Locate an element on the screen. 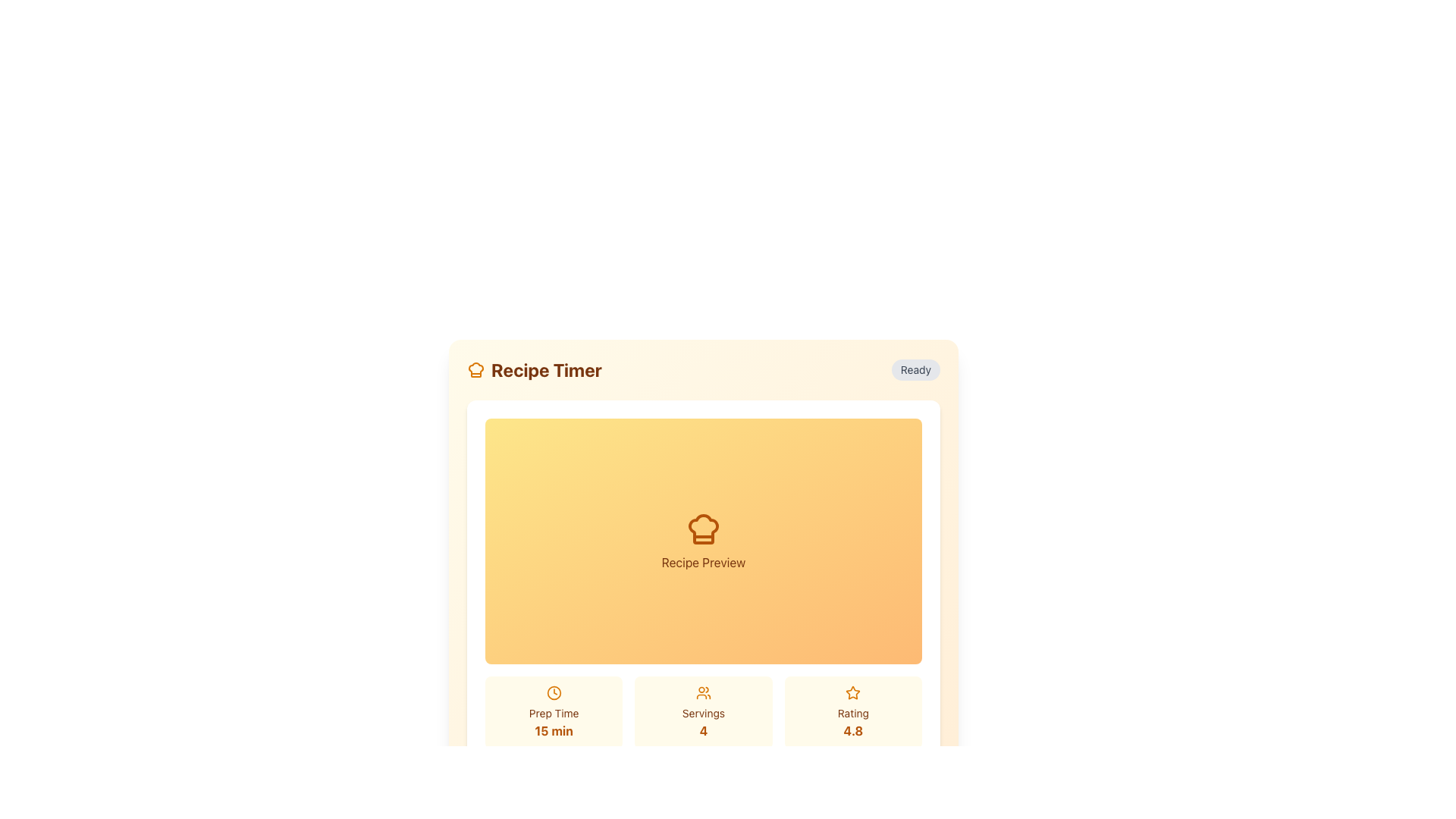 The image size is (1456, 819). the cooking or recipe symbol icon located centrally below the title 'Recipe Timer' in the recipe-related interface is located at coordinates (475, 370).